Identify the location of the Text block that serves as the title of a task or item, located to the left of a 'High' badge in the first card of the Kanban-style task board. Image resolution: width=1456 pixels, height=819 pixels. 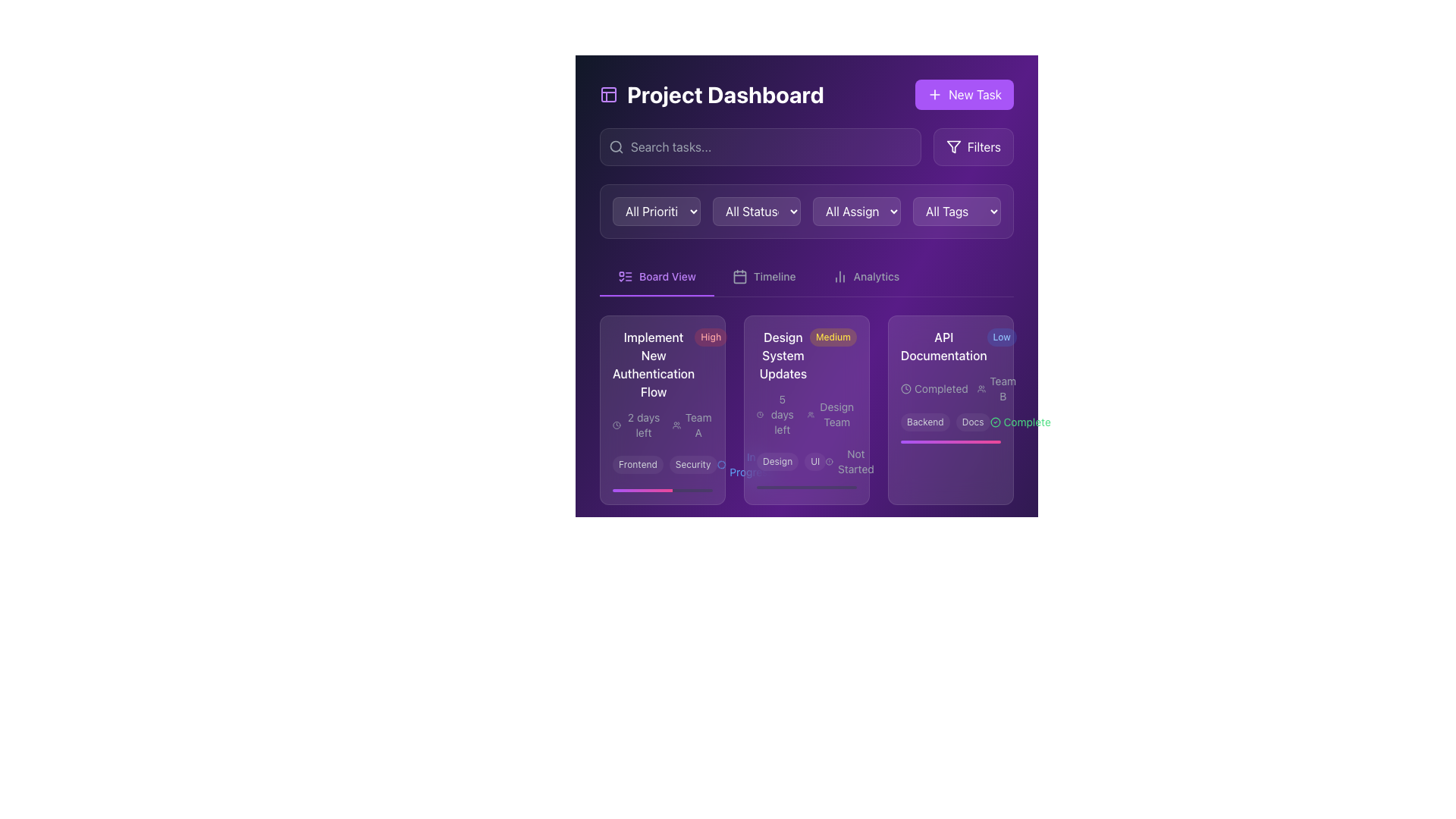
(654, 365).